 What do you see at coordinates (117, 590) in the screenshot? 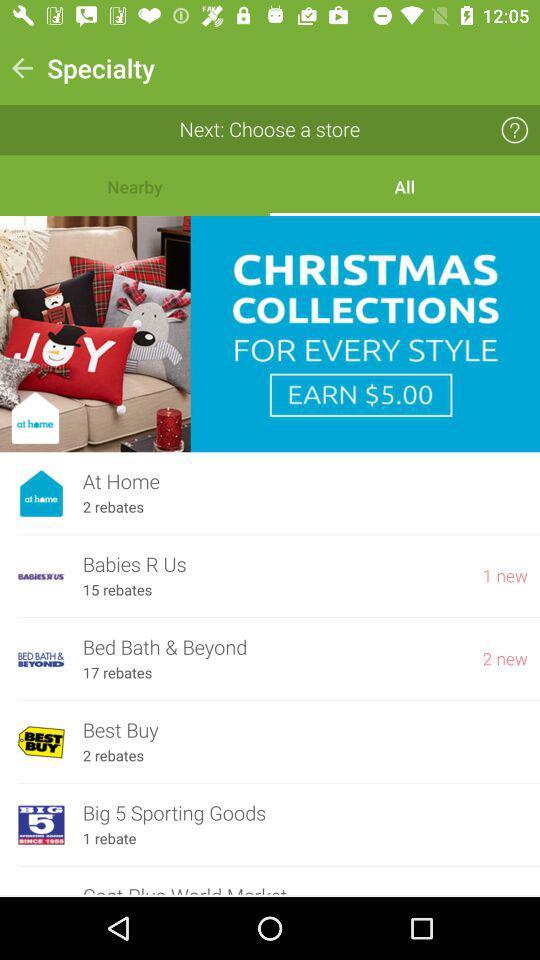
I see `icon below the babies r us item` at bounding box center [117, 590].